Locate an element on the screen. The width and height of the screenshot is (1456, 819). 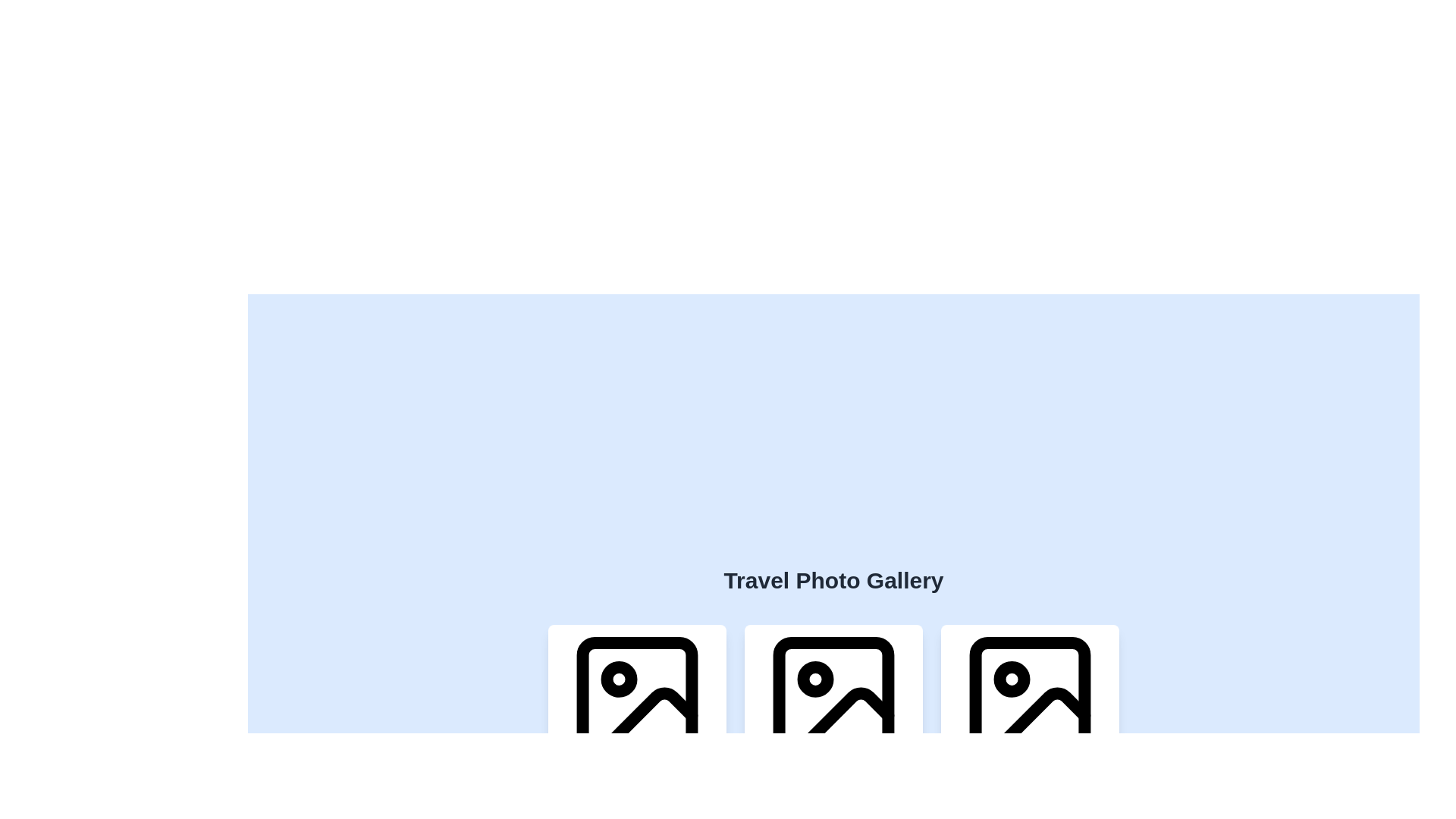
the leftmost image icon, which is a black outlined rectangle with rounded corners, containing a circle and a diagonal line, located beneath the 'Travel Photo Gallery' heading is located at coordinates (637, 698).